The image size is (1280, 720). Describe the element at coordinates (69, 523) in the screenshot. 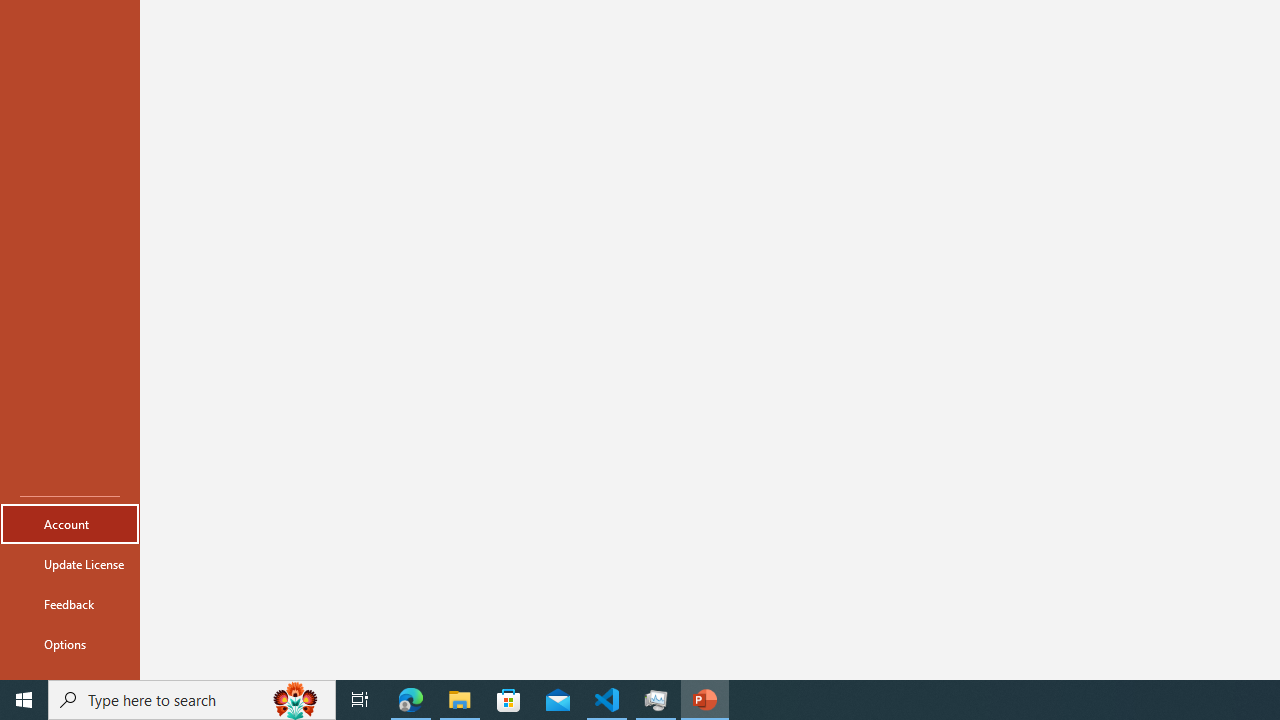

I see `'Account'` at that location.